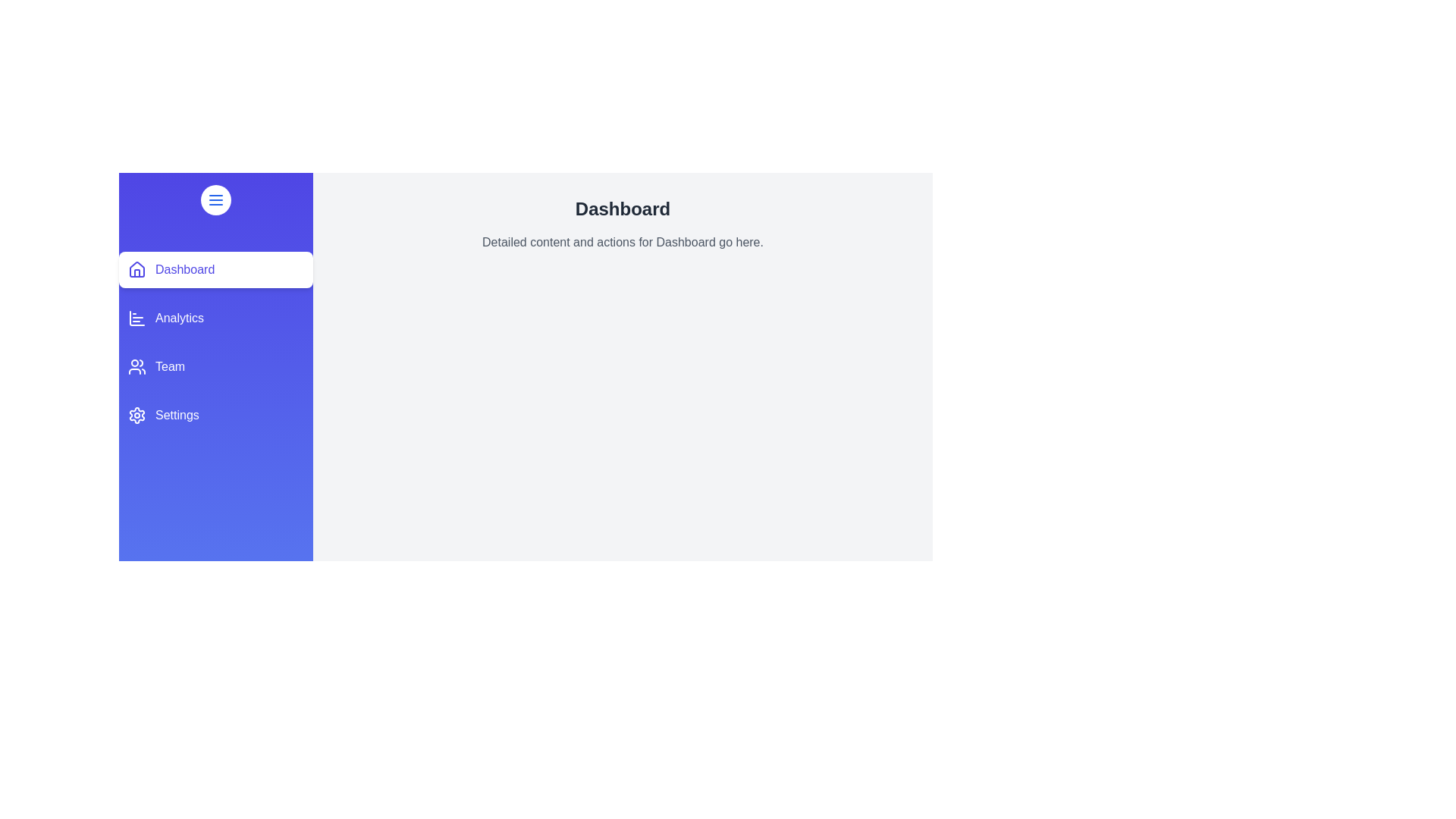  Describe the element at coordinates (215, 366) in the screenshot. I see `the section Team from the navigation menu` at that location.